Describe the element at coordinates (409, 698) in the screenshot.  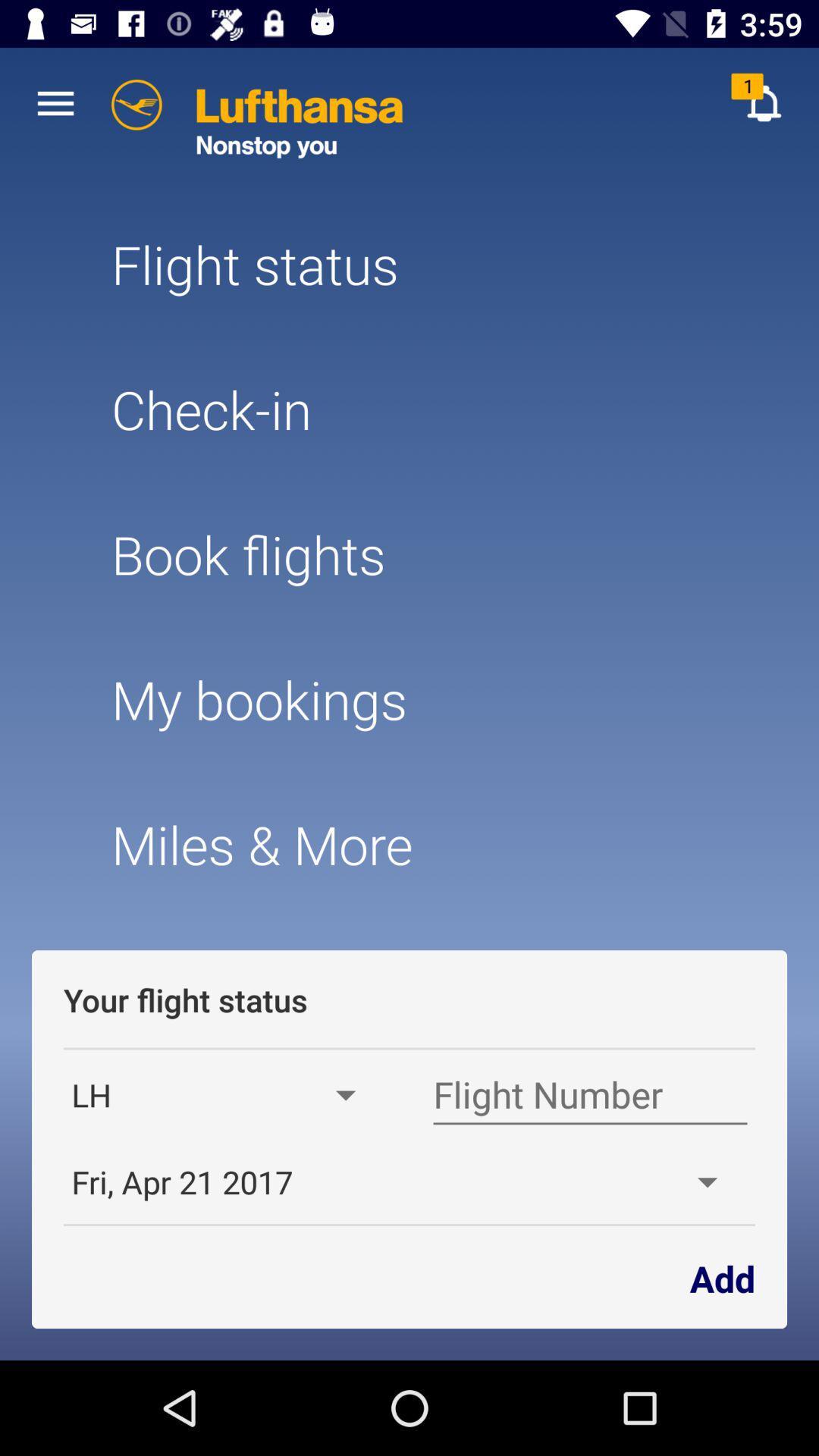
I see `icon below book flights icon` at that location.